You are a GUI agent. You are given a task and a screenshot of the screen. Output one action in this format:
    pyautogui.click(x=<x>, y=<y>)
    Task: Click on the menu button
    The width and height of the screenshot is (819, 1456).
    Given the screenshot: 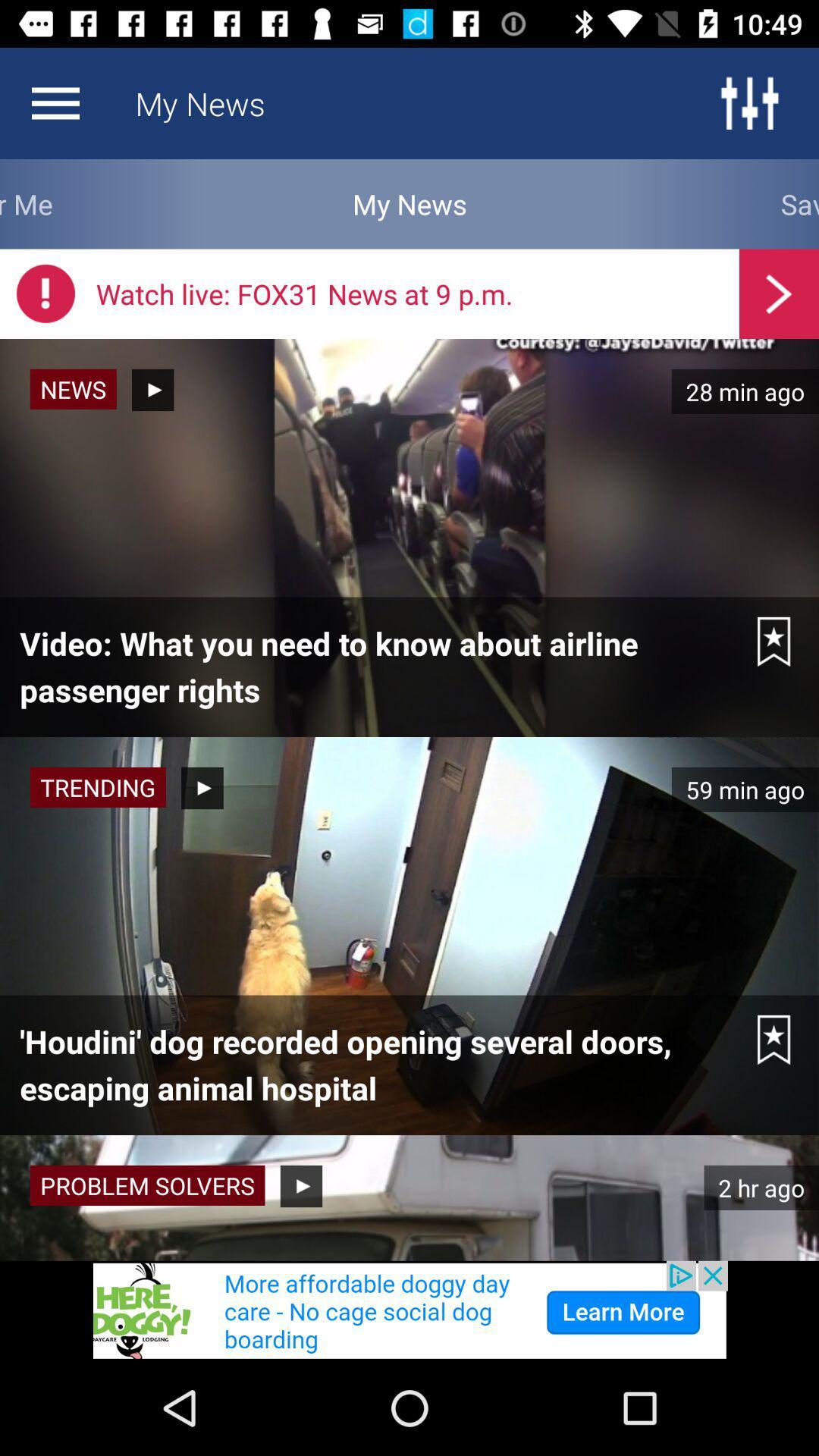 What is the action you would take?
    pyautogui.click(x=748, y=102)
    